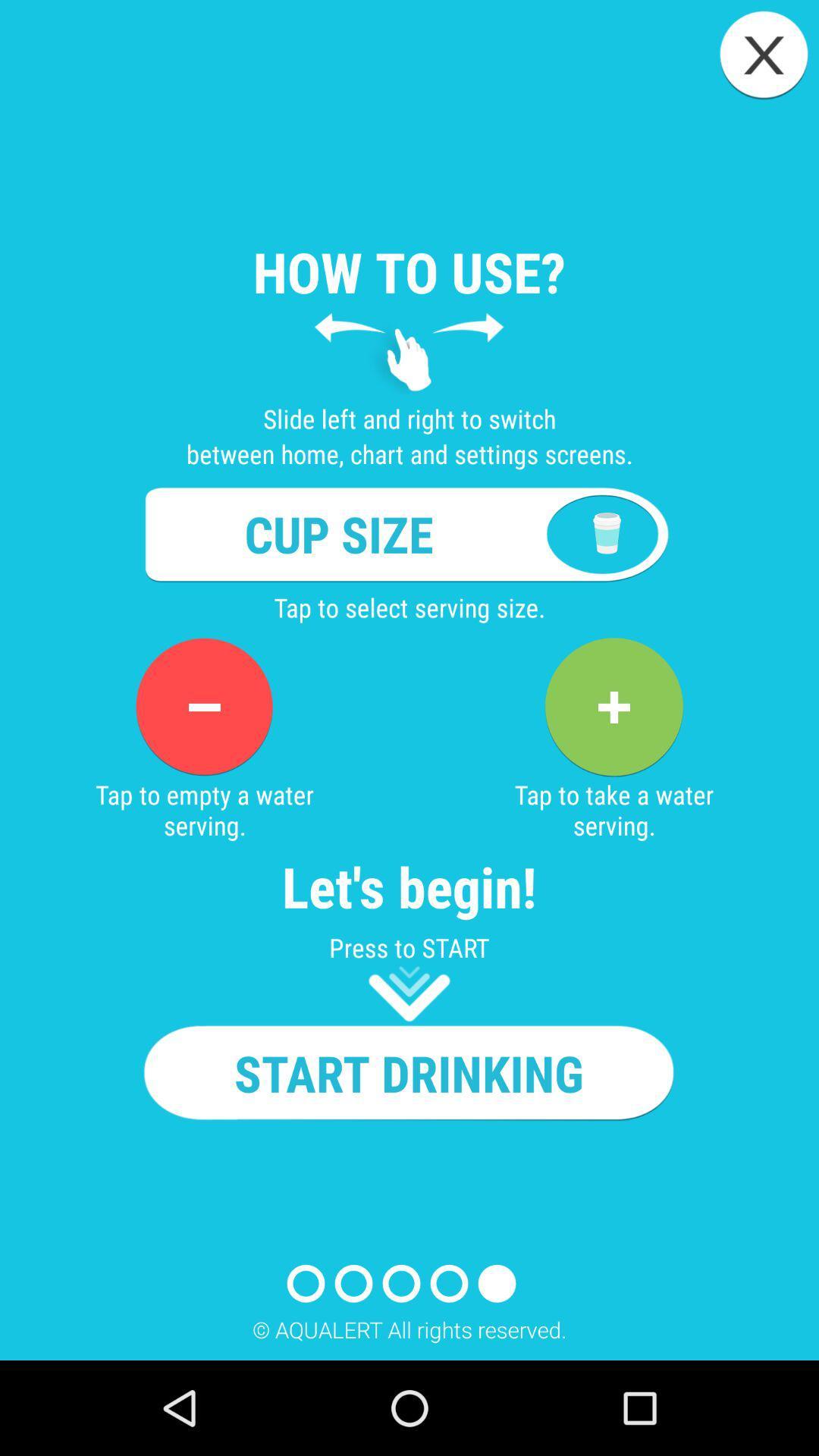 The height and width of the screenshot is (1456, 819). Describe the element at coordinates (613, 706) in the screenshot. I see `item below the tap to select item` at that location.